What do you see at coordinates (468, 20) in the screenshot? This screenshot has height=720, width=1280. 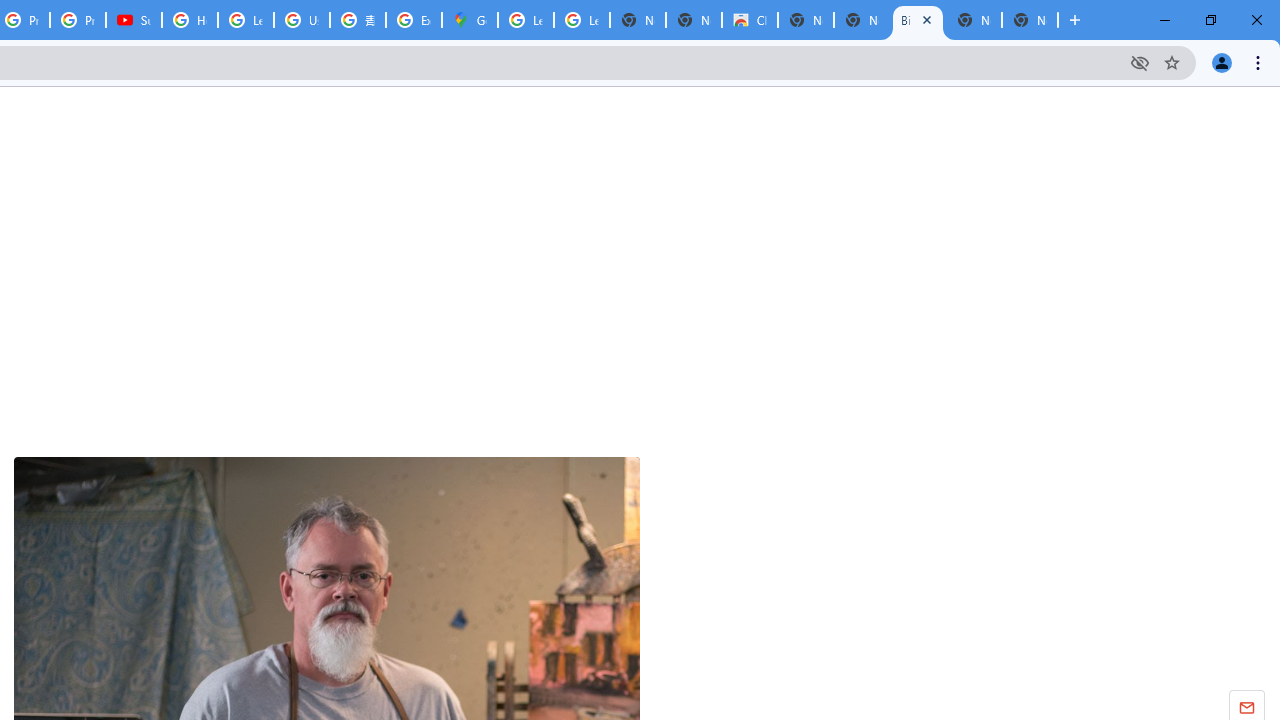 I see `'Google Maps'` at bounding box center [468, 20].